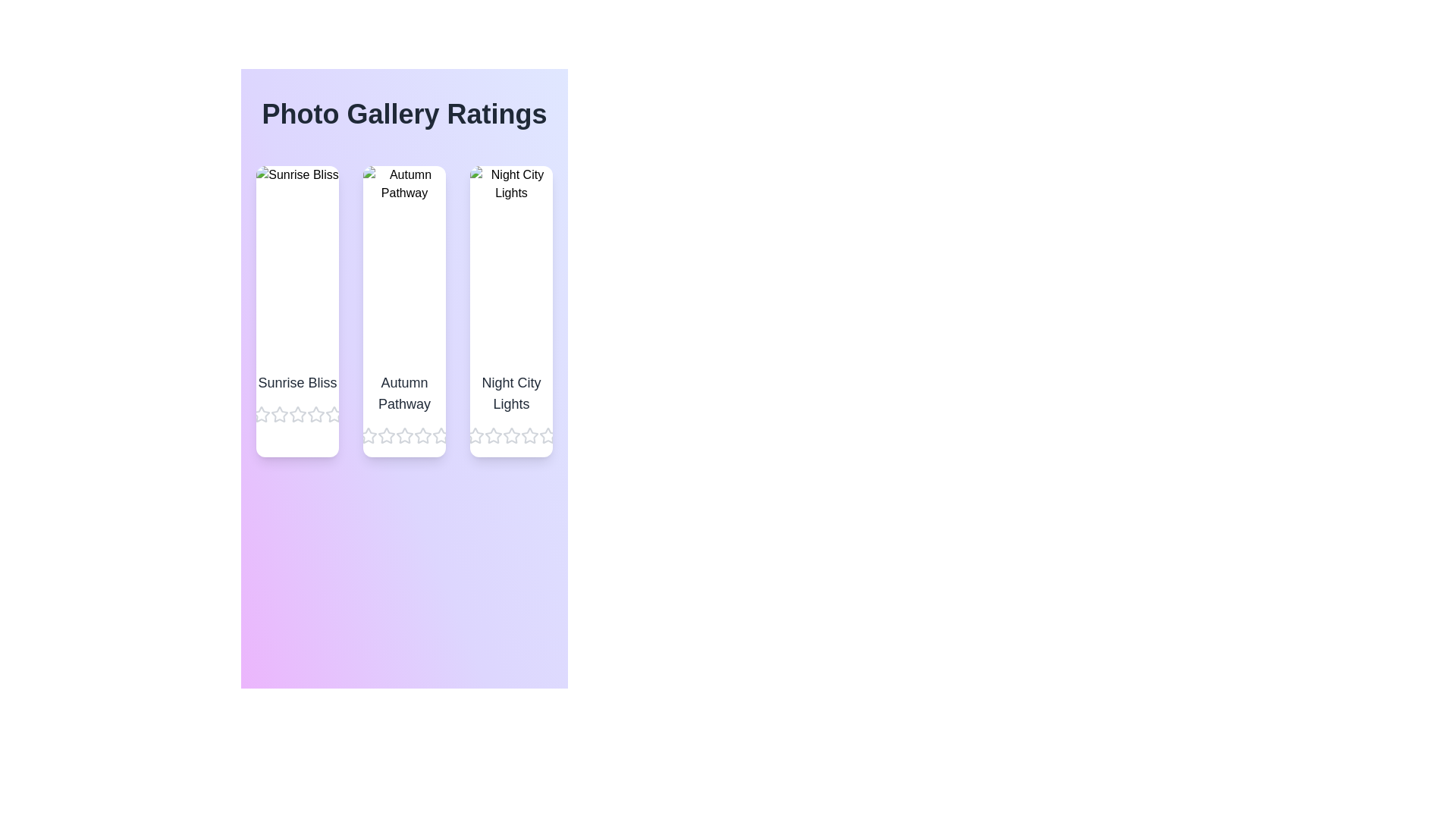  I want to click on the star corresponding to 1 stars for the image titled Autumn Pathway, so click(368, 435).